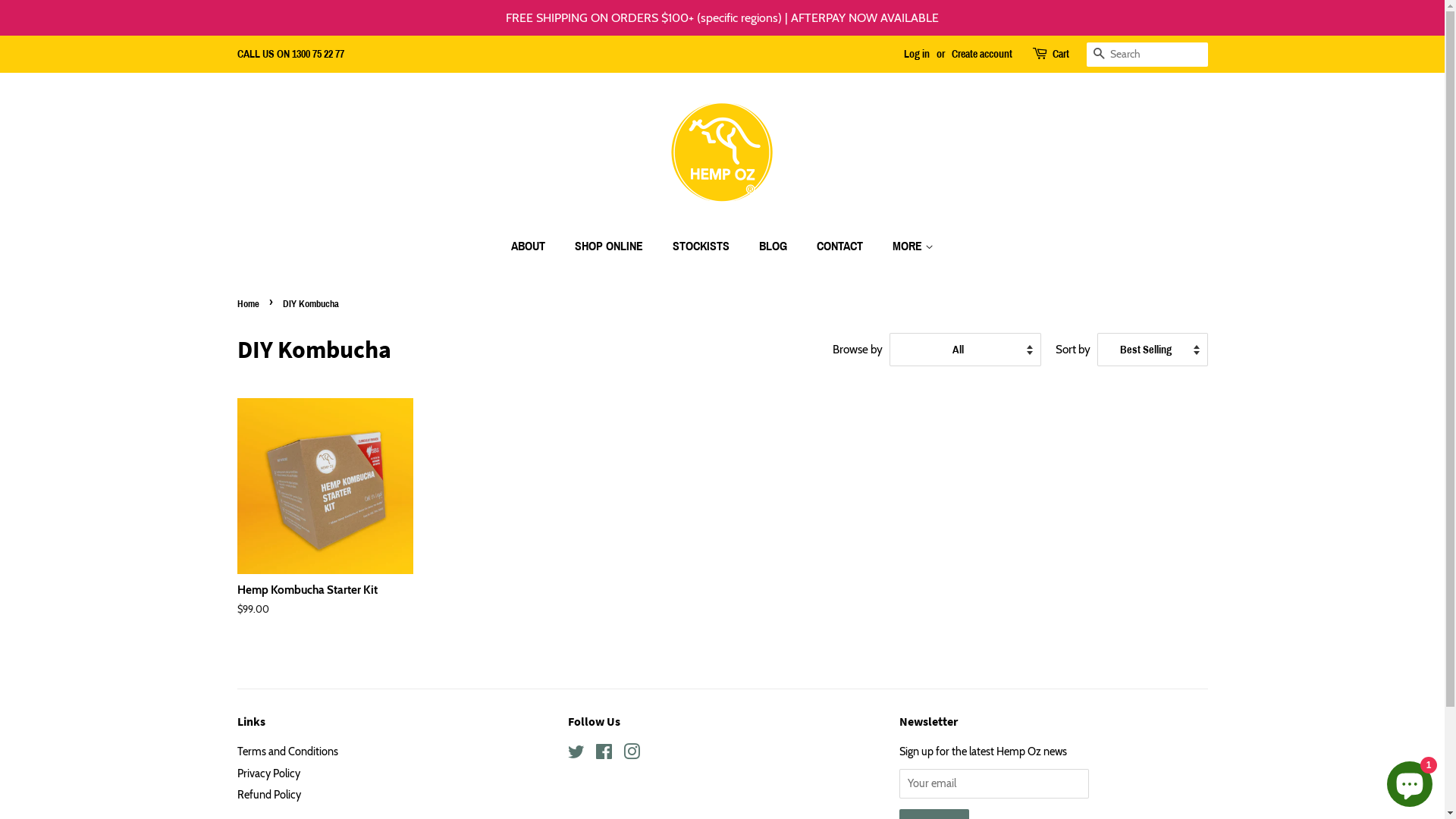 The height and width of the screenshot is (819, 1456). What do you see at coordinates (1059, 54) in the screenshot?
I see `'Cart'` at bounding box center [1059, 54].